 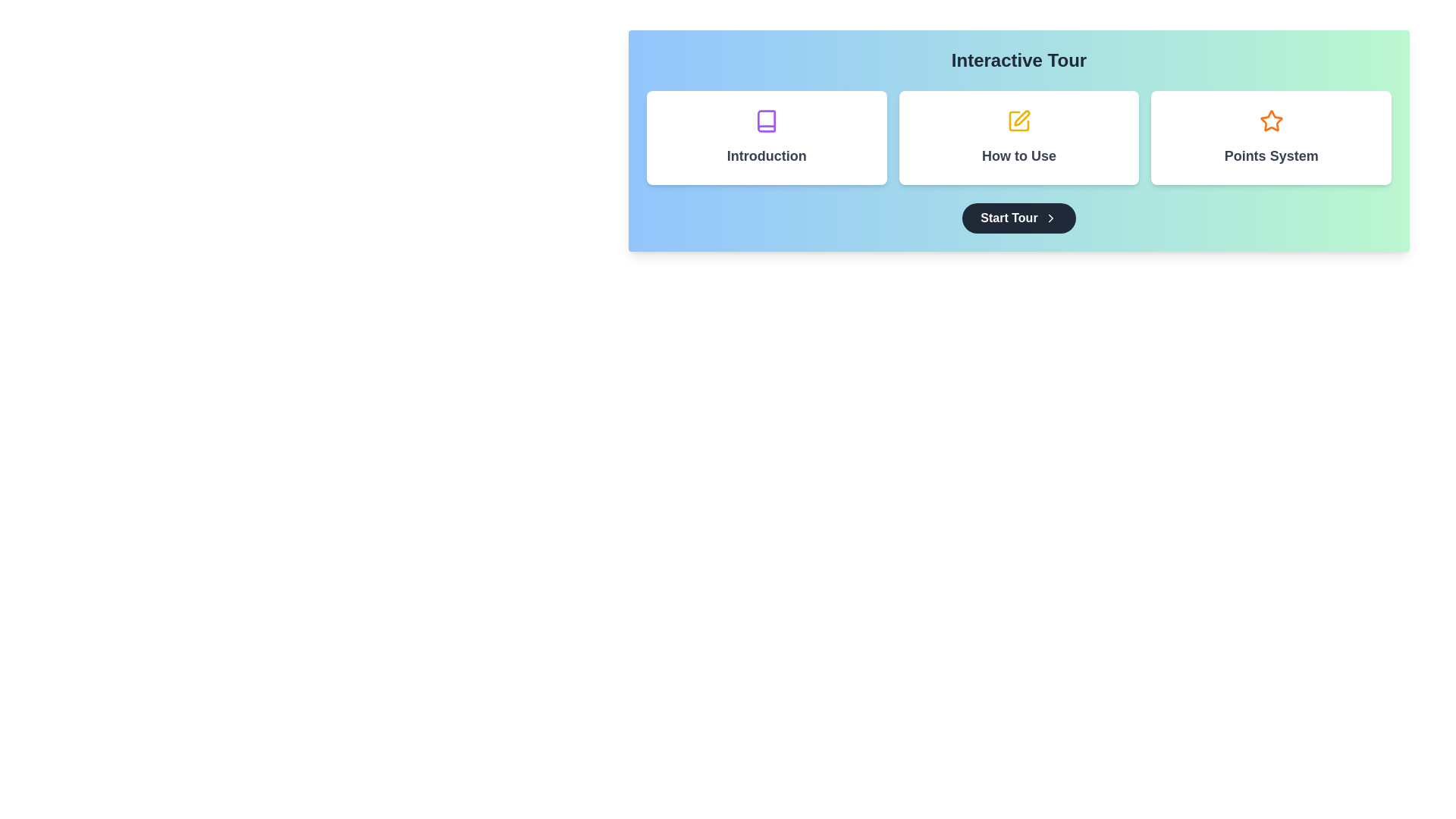 I want to click on the decorative icon representing the 'Introduction' card, located at the top-center of the card in the three-card row, so click(x=767, y=120).